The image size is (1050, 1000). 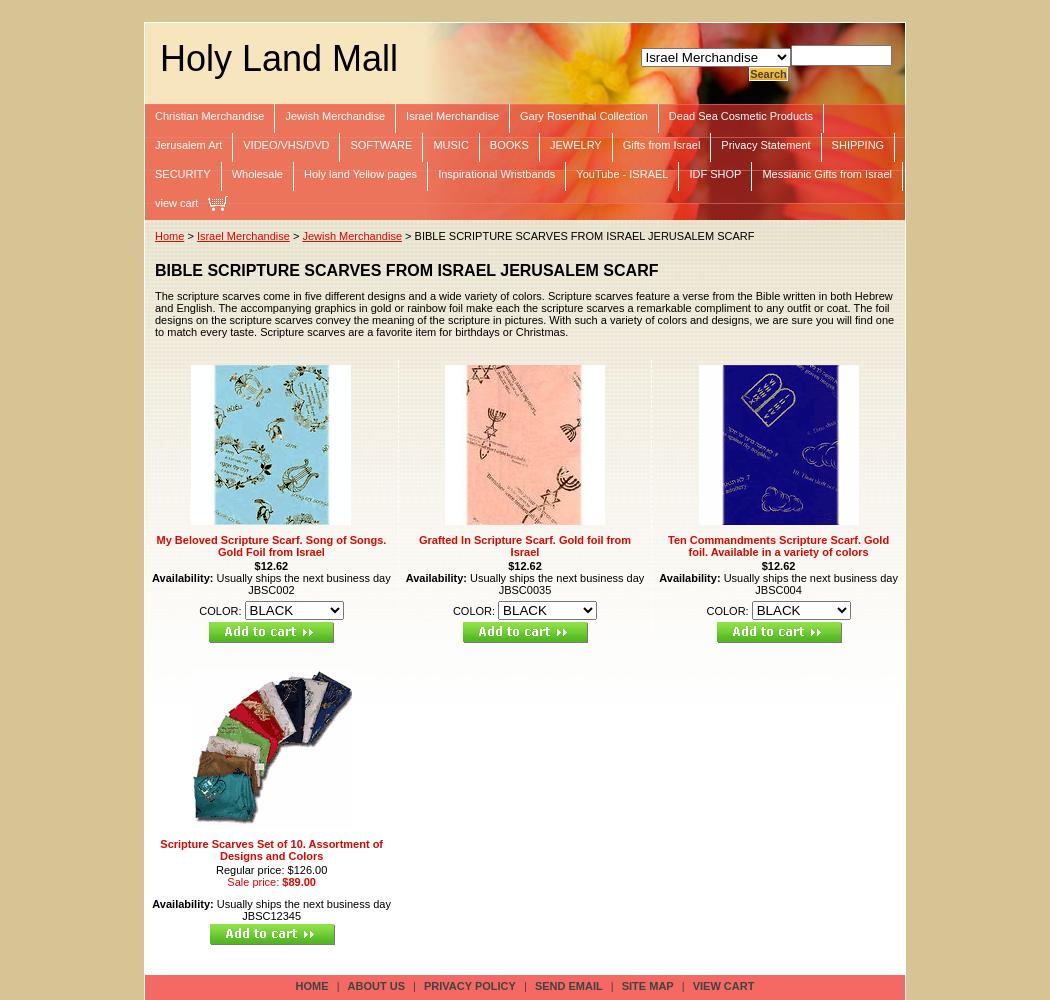 I want to click on 'Holy Land Mall', so click(x=277, y=58).